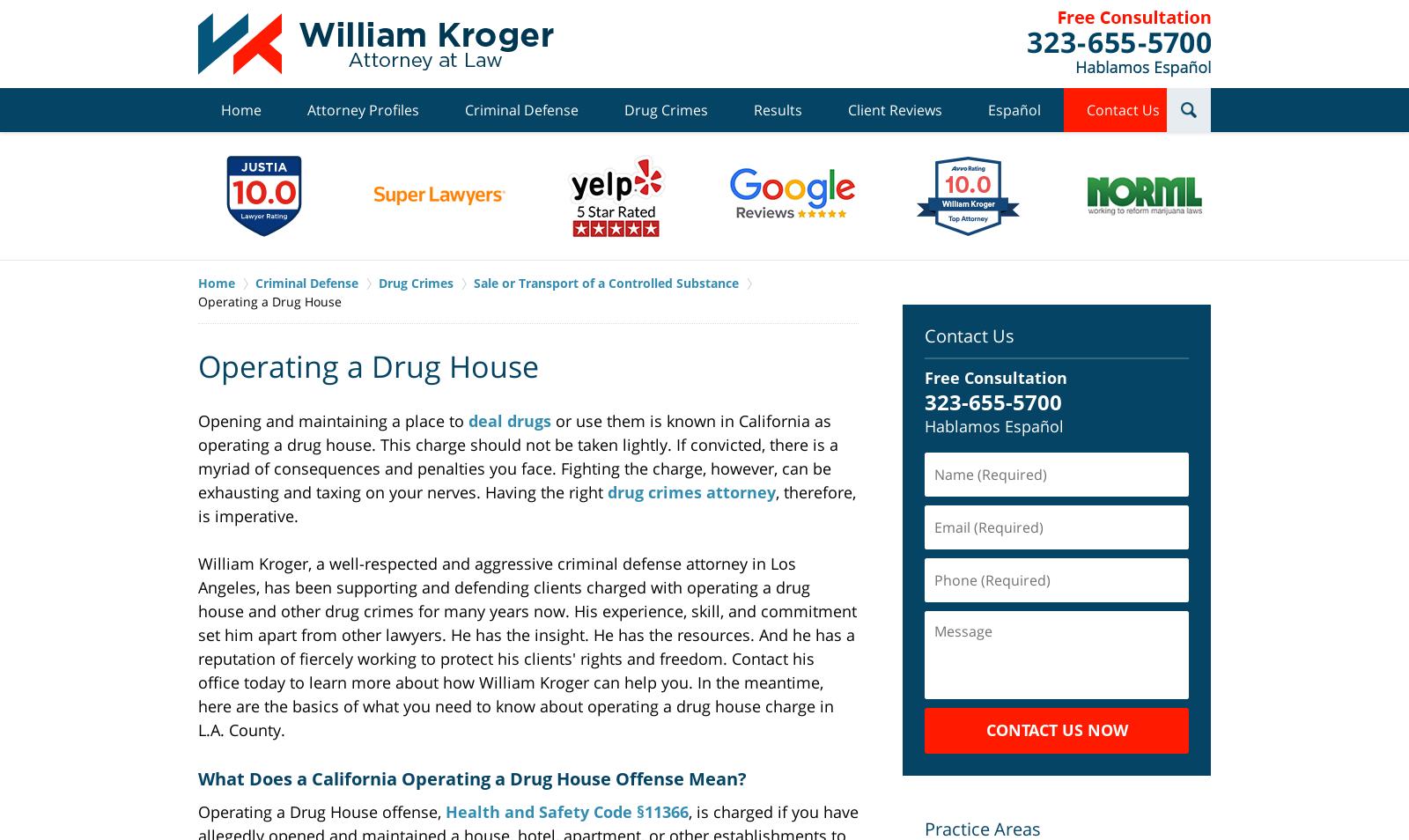 The height and width of the screenshot is (840, 1409). Describe the element at coordinates (367, 365) in the screenshot. I see `'Operating a Drug House'` at that location.